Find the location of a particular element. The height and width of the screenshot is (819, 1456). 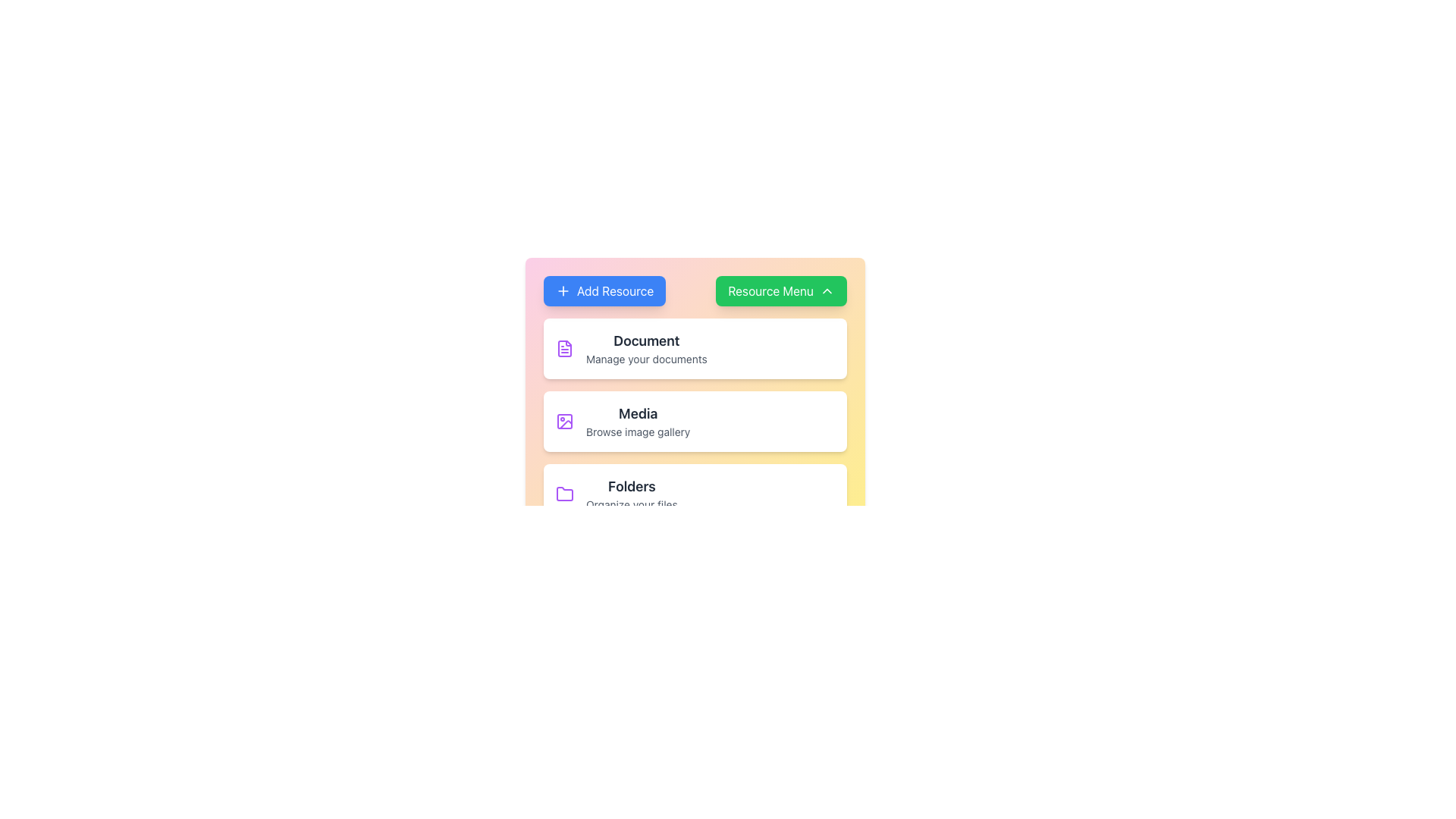

the 'Add Resource' button icon, which visually indicates the action of adding a new resource, positioned at the top-left corner of the interface is located at coordinates (563, 291).